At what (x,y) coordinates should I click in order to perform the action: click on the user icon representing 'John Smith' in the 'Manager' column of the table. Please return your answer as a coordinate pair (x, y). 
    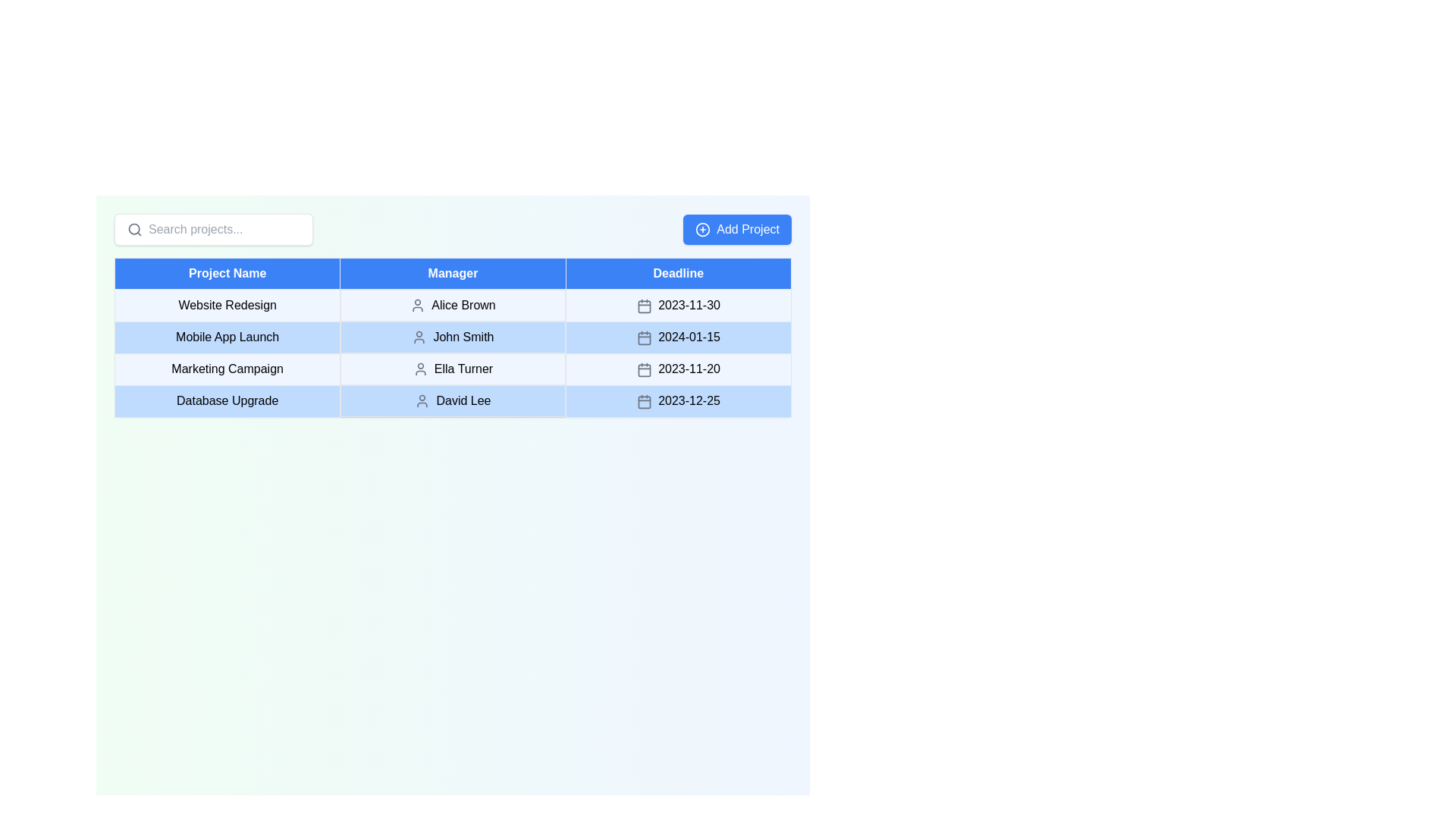
    Looking at the image, I should click on (419, 336).